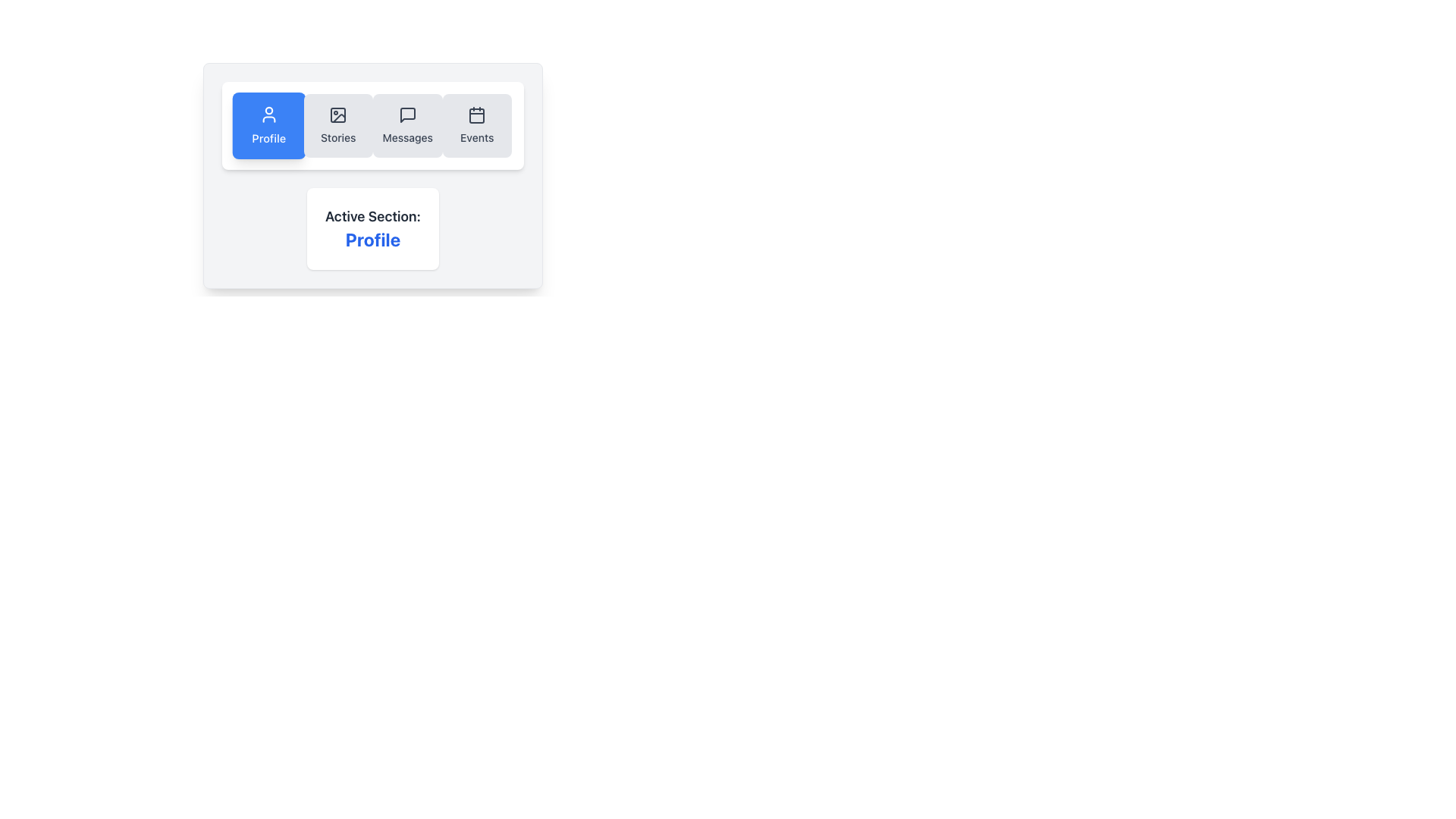  What do you see at coordinates (476, 137) in the screenshot?
I see `the 'Events' text label which is associated with the calendar icon and is the last menu item in the horizontal list of buttons` at bounding box center [476, 137].